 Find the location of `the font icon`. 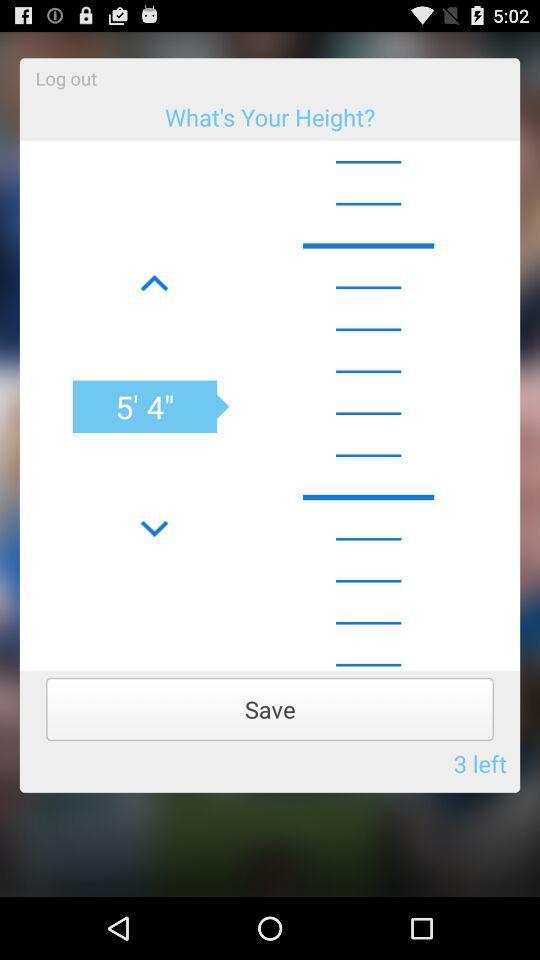

the font icon is located at coordinates (153, 302).